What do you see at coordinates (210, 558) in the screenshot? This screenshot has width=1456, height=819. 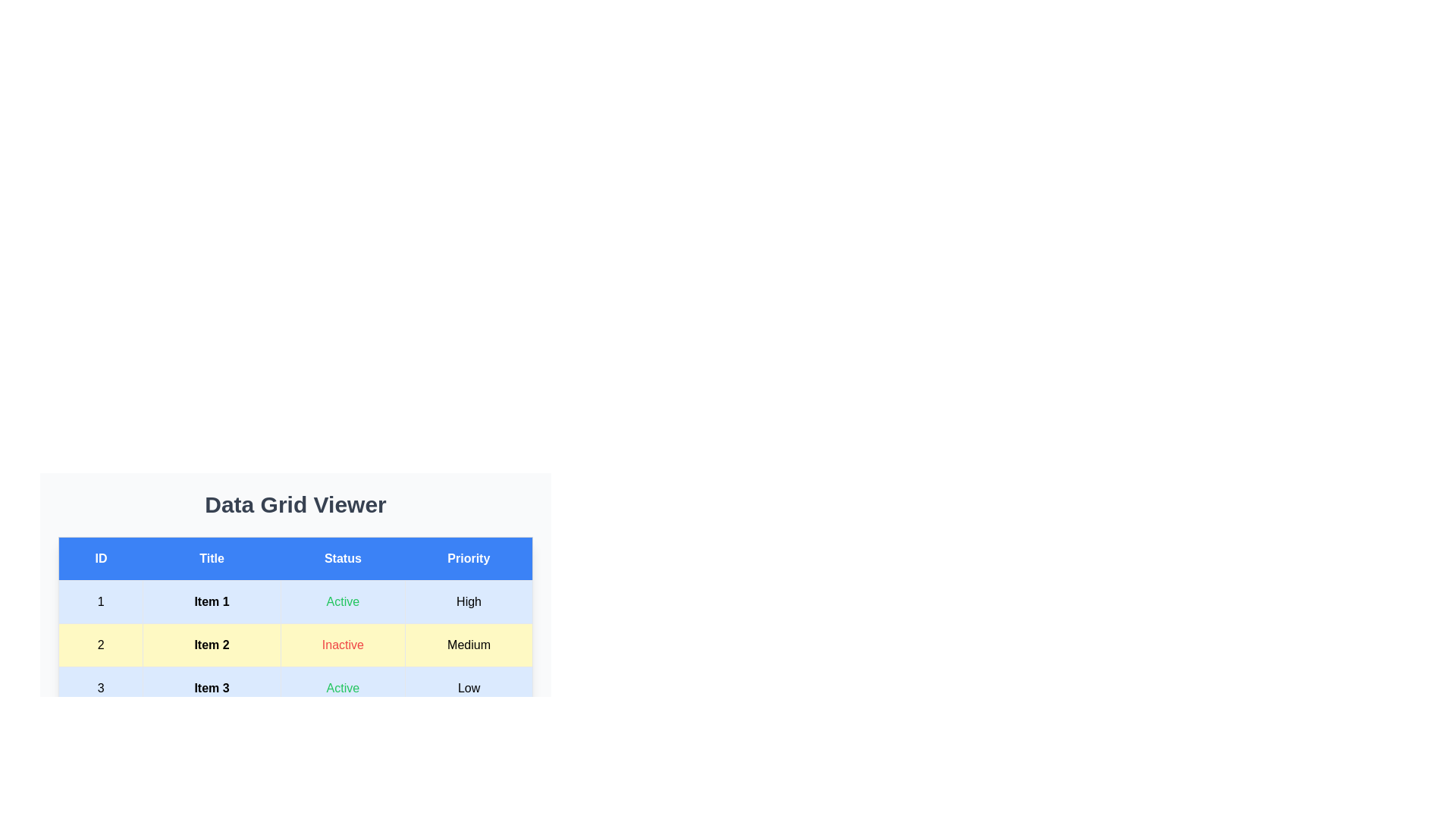 I see `the column header Title to sort the table by that column` at bounding box center [210, 558].